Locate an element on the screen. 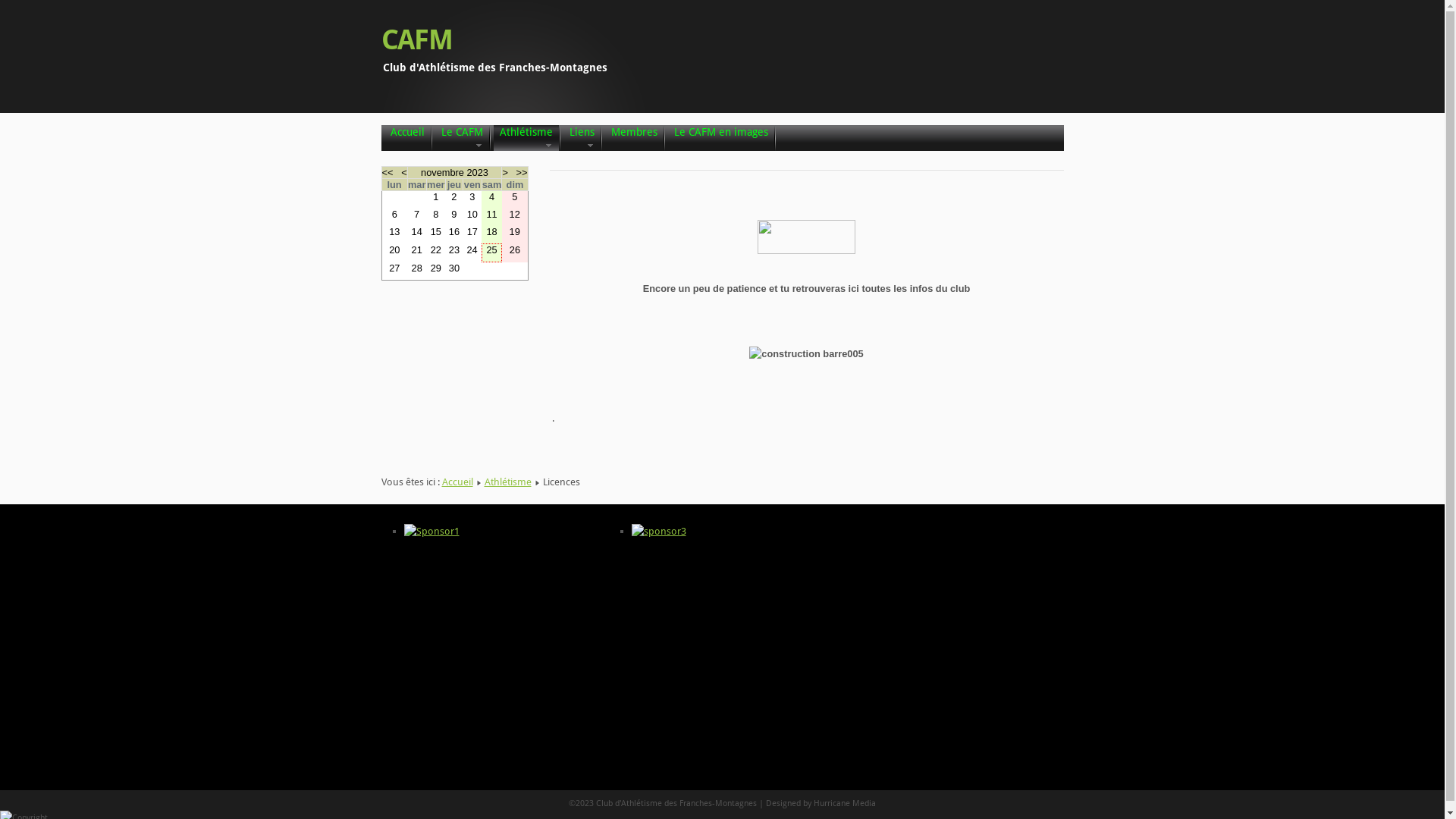 The image size is (1456, 819). 'Le CAFM' is located at coordinates (439, 137).